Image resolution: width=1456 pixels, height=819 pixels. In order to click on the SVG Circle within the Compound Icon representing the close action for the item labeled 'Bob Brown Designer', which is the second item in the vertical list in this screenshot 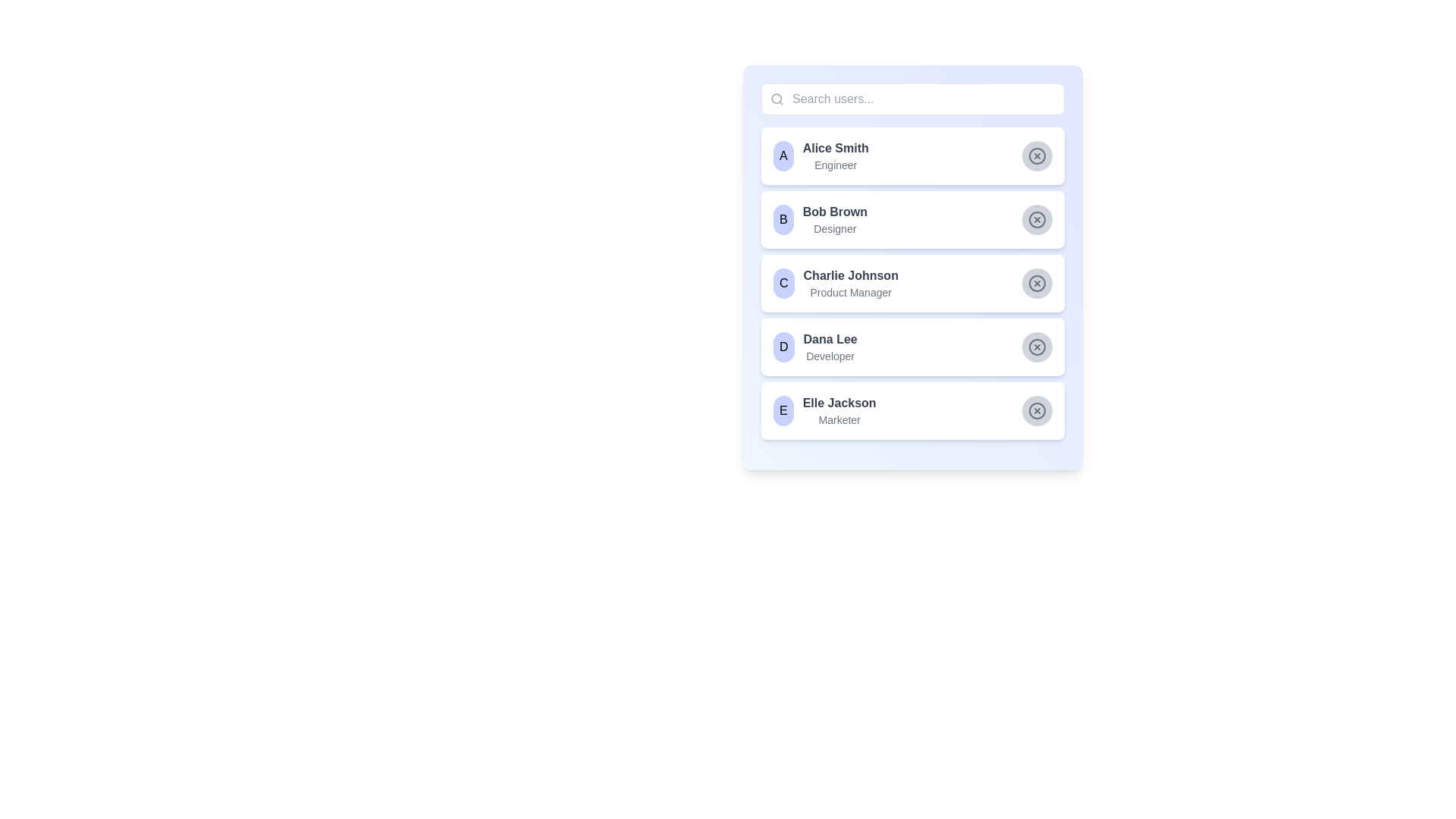, I will do `click(1037, 219)`.